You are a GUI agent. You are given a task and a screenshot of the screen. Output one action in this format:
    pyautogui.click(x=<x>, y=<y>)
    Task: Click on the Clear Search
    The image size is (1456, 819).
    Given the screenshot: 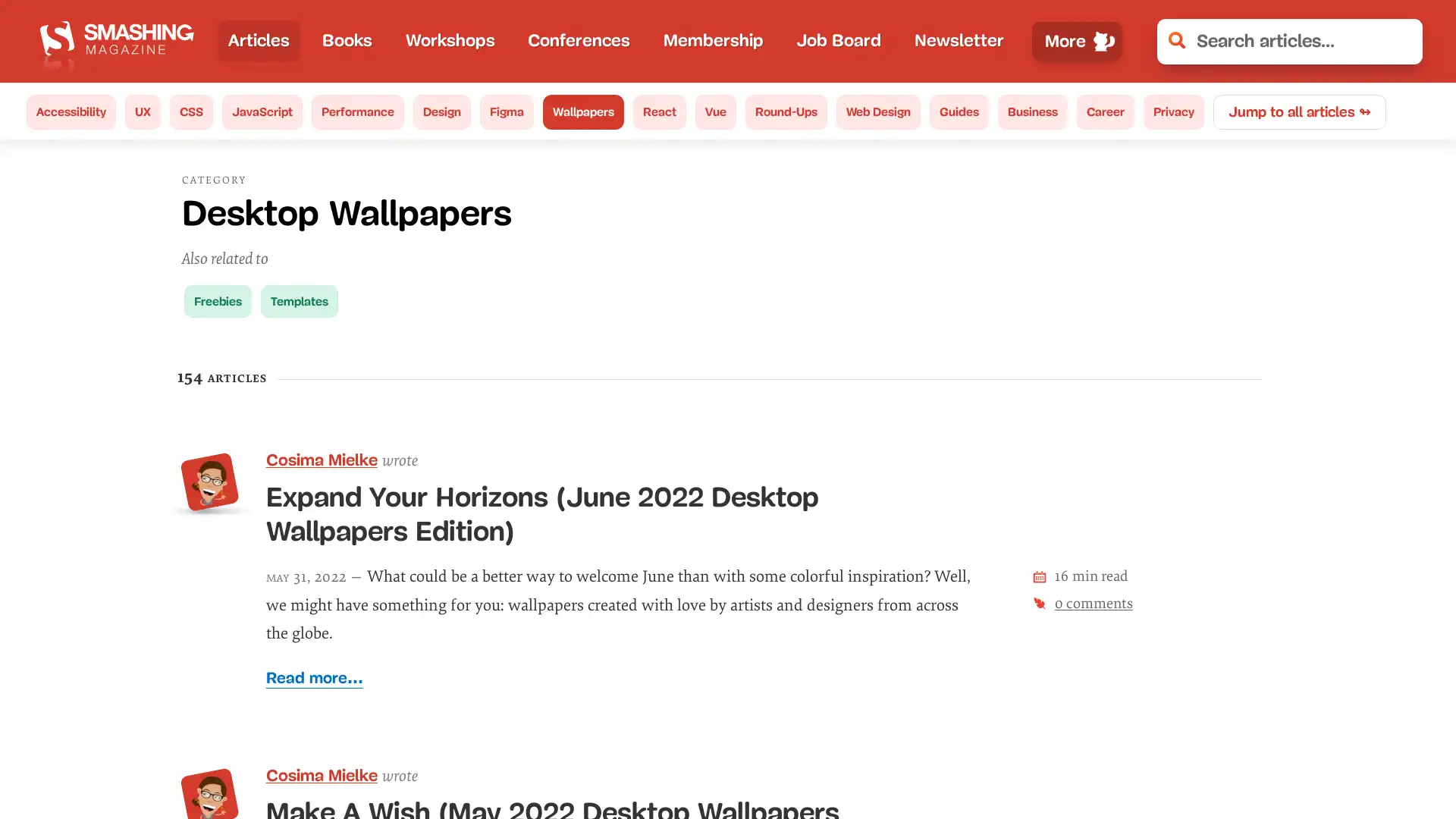 What is the action you would take?
    pyautogui.click(x=1400, y=40)
    